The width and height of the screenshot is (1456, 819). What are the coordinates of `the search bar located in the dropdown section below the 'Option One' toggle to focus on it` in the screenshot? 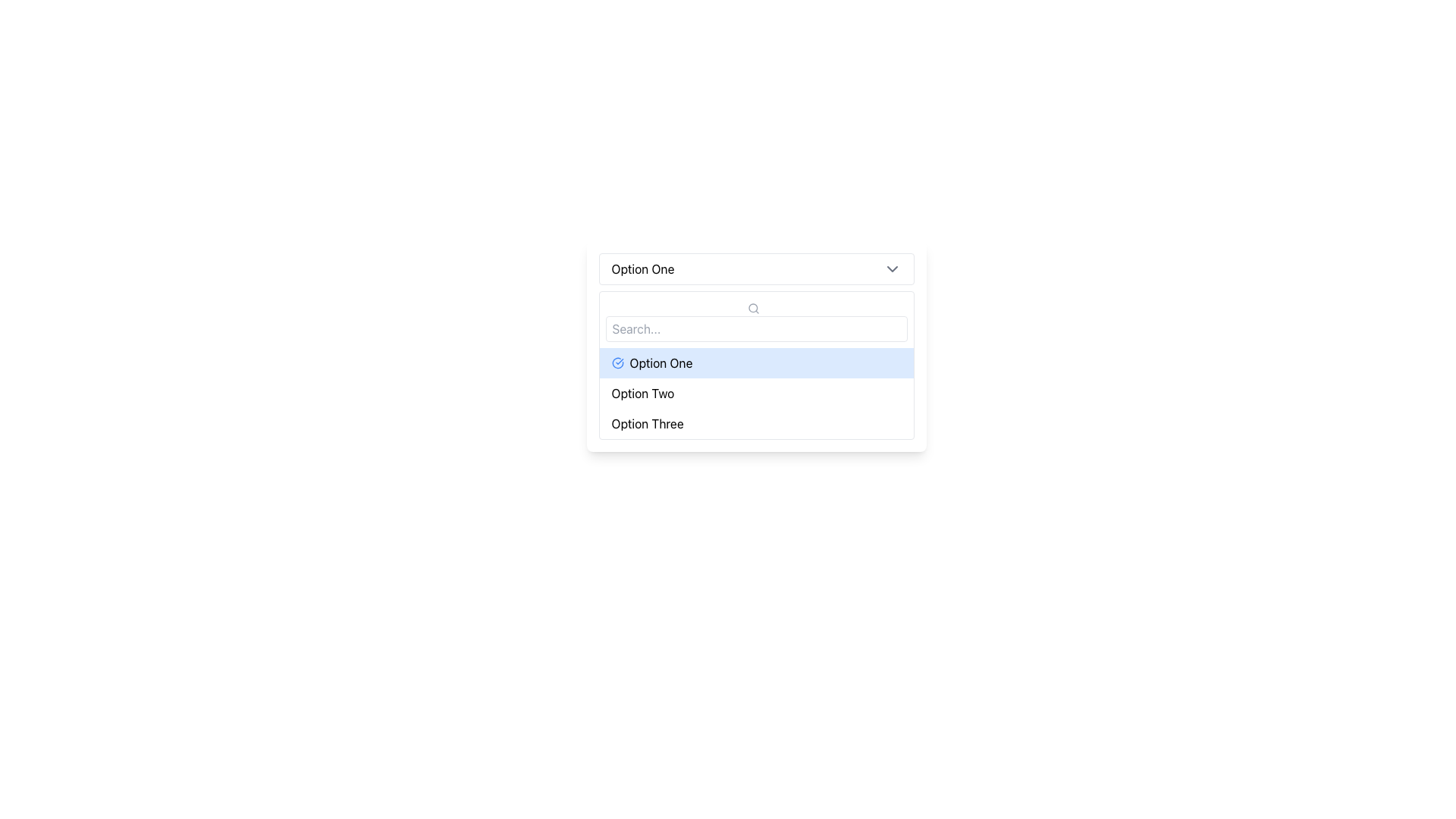 It's located at (756, 318).